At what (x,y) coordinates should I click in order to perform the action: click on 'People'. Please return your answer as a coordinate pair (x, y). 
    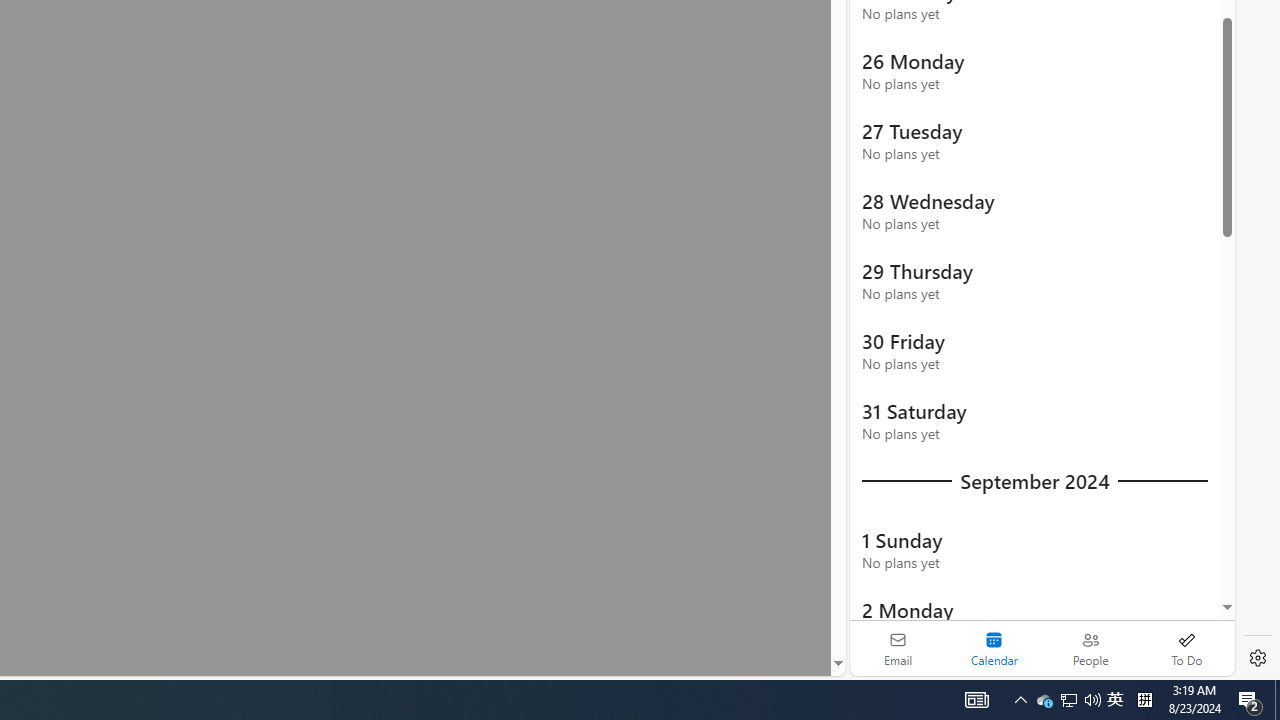
    Looking at the image, I should click on (1089, 648).